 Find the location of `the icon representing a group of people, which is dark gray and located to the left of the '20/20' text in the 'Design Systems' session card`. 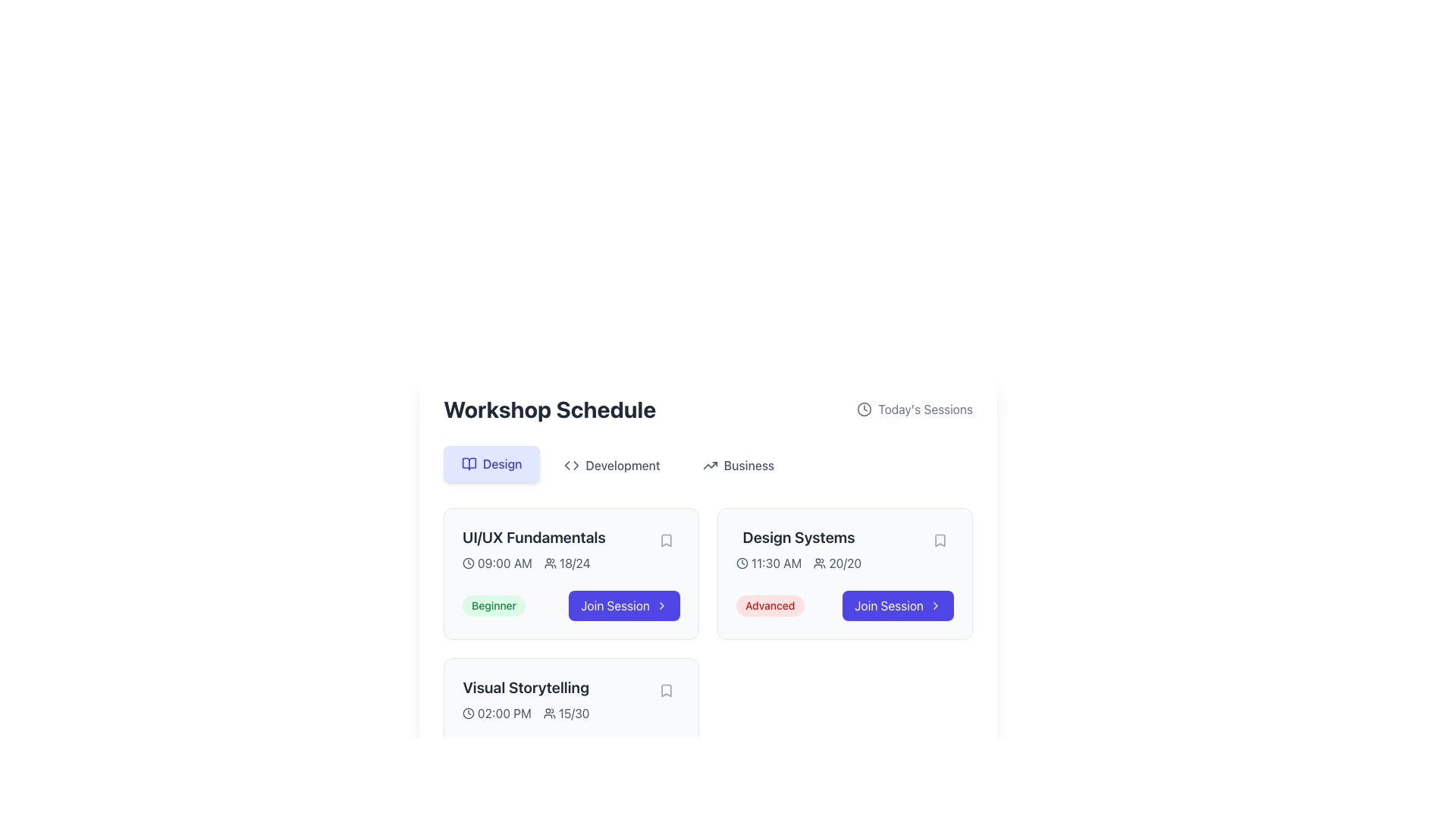

the icon representing a group of people, which is dark gray and located to the left of the '20/20' text in the 'Design Systems' session card is located at coordinates (819, 563).